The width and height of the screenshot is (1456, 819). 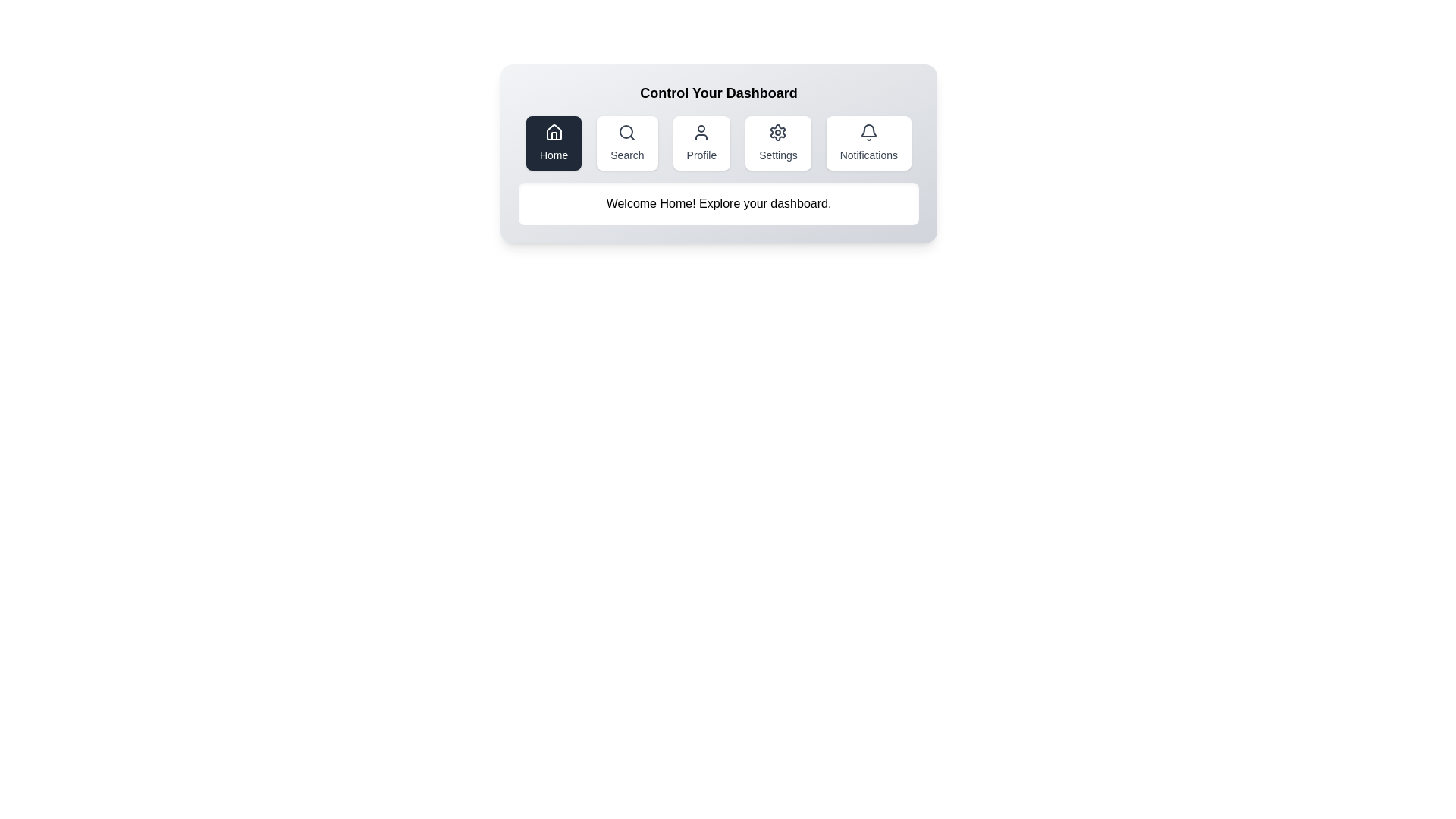 What do you see at coordinates (778, 131) in the screenshot?
I see `the Settings icon located in the primary dashboard's navigation bar, positioned between the Profile and Notifications buttons` at bounding box center [778, 131].